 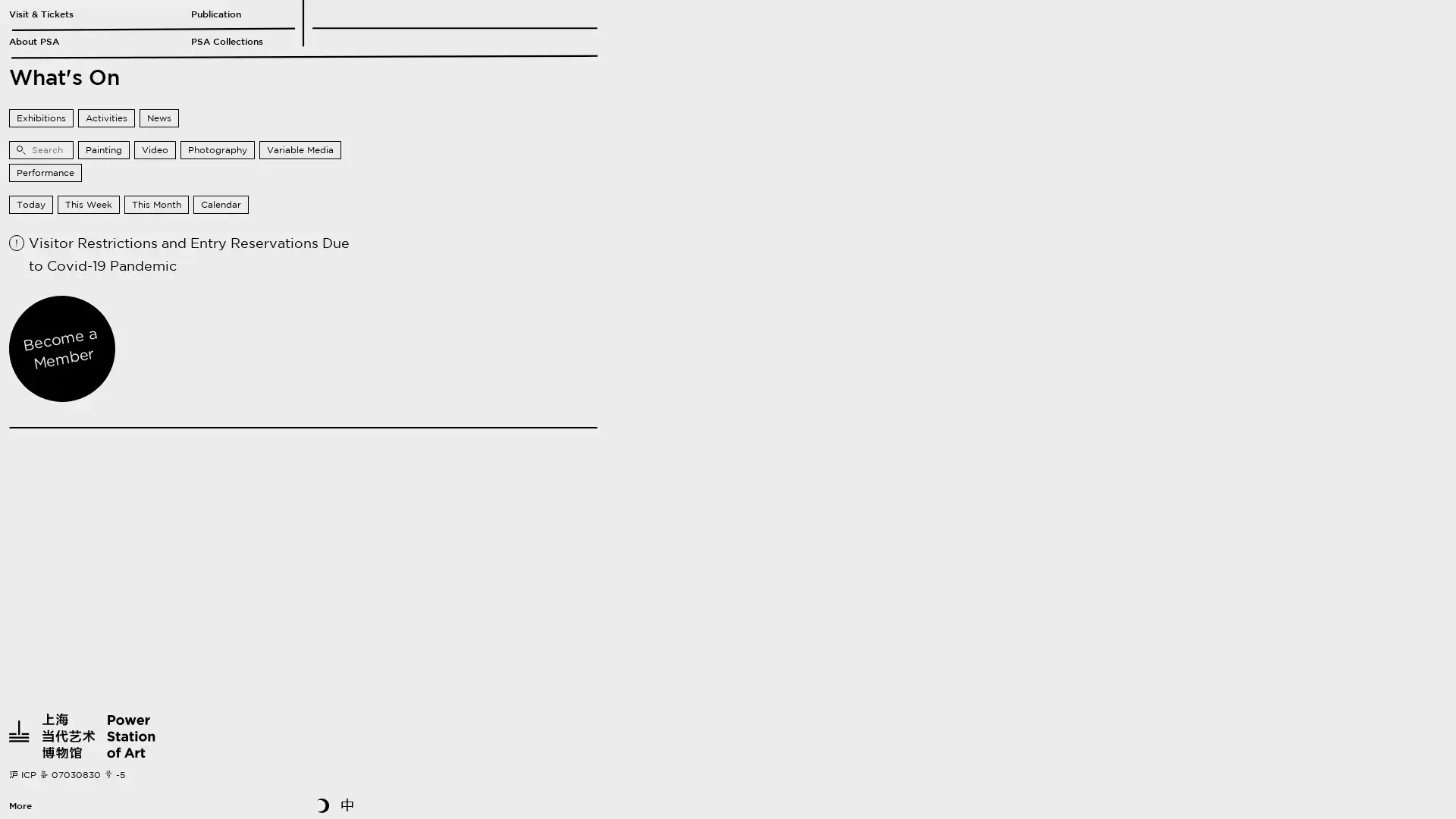 I want to click on Performance, so click(x=45, y=171).